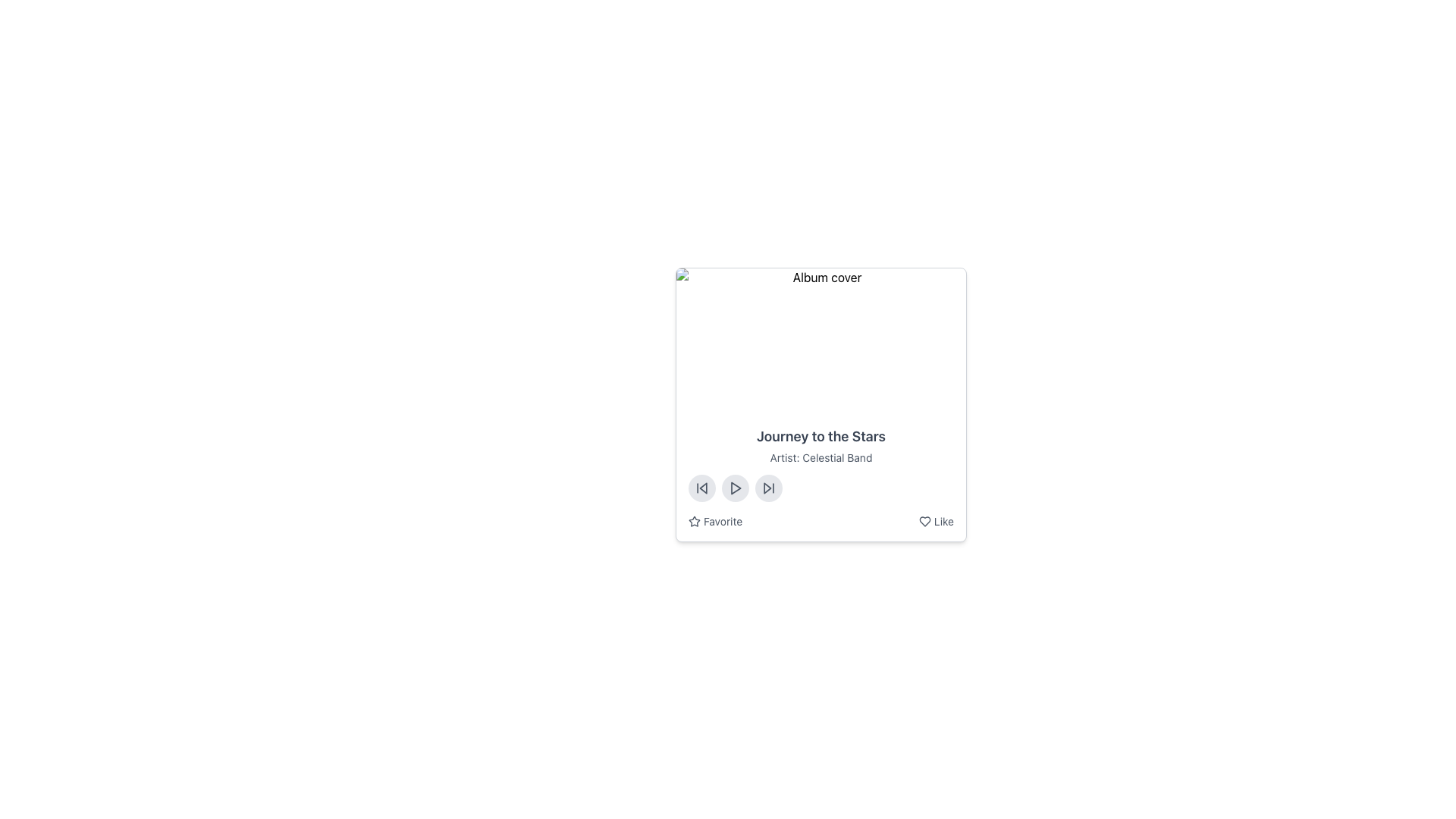 The image size is (1456, 819). I want to click on the Label providing supplementary information about the artist of the album or song, which is located directly under 'Journey to the Stars' and above interactive controls, so click(821, 457).